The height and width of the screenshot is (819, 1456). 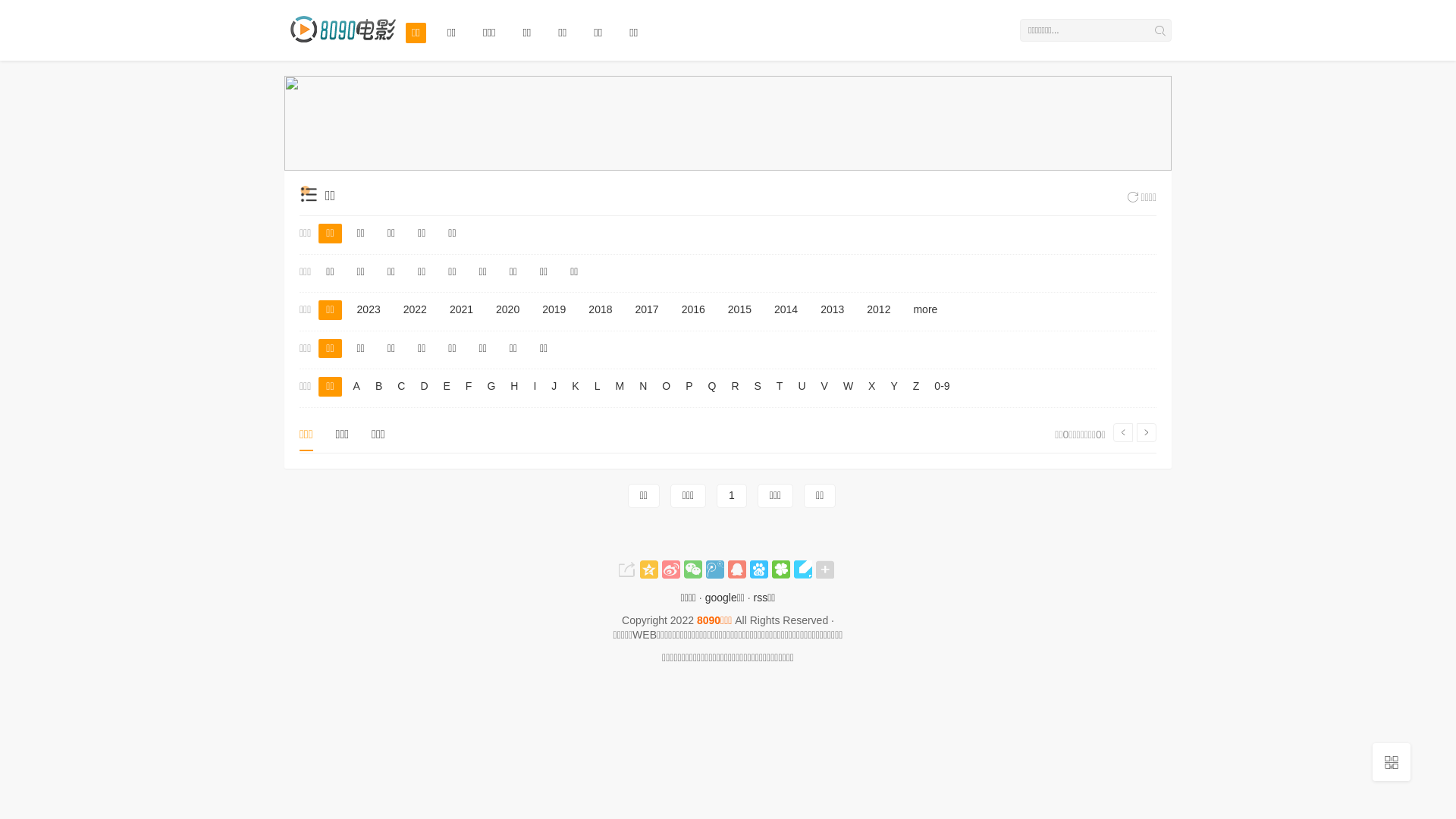 What do you see at coordinates (415, 309) in the screenshot?
I see `'2022'` at bounding box center [415, 309].